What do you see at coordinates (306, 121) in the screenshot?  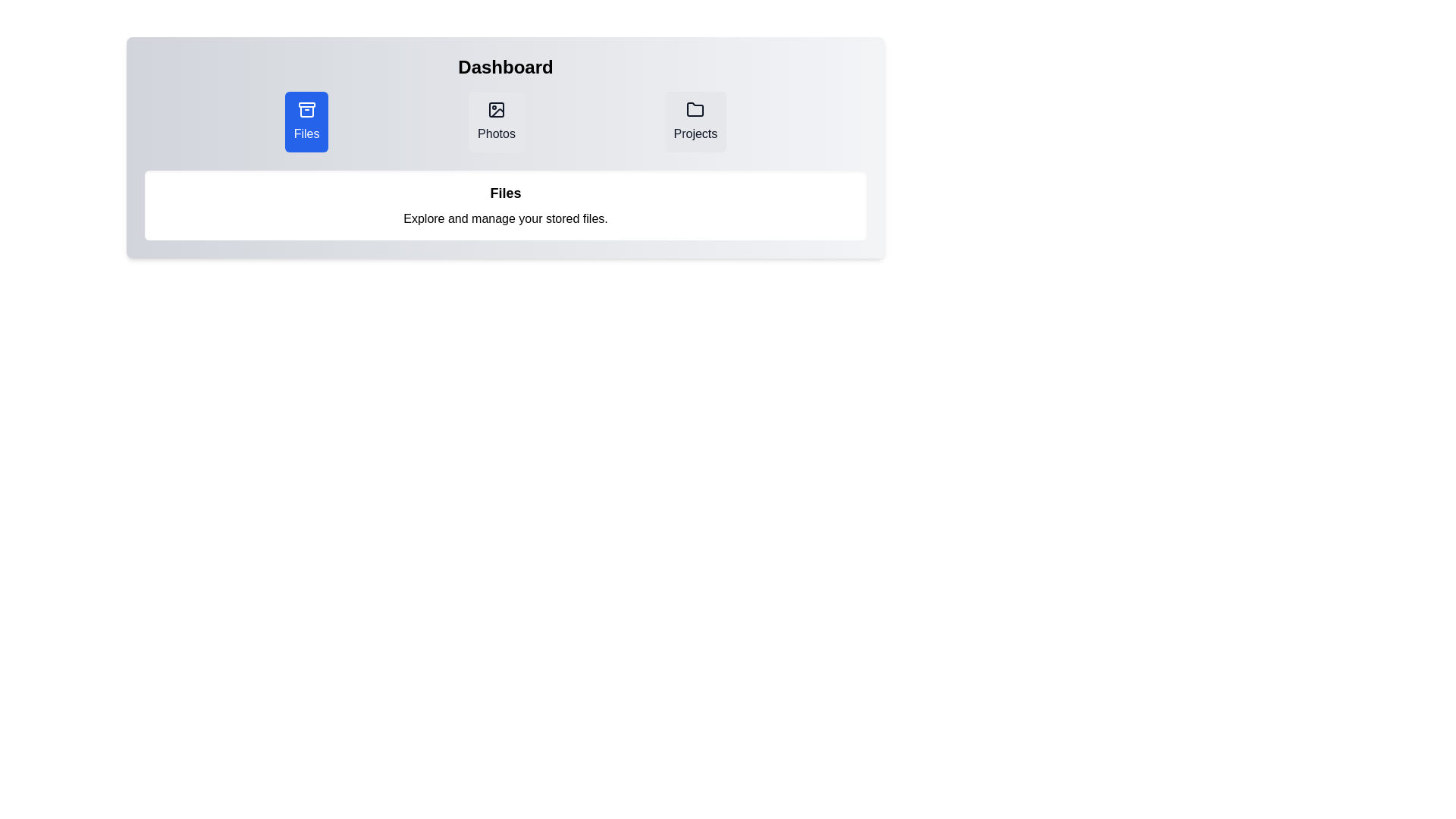 I see `the tab labeled Files to observe its hover effect` at bounding box center [306, 121].